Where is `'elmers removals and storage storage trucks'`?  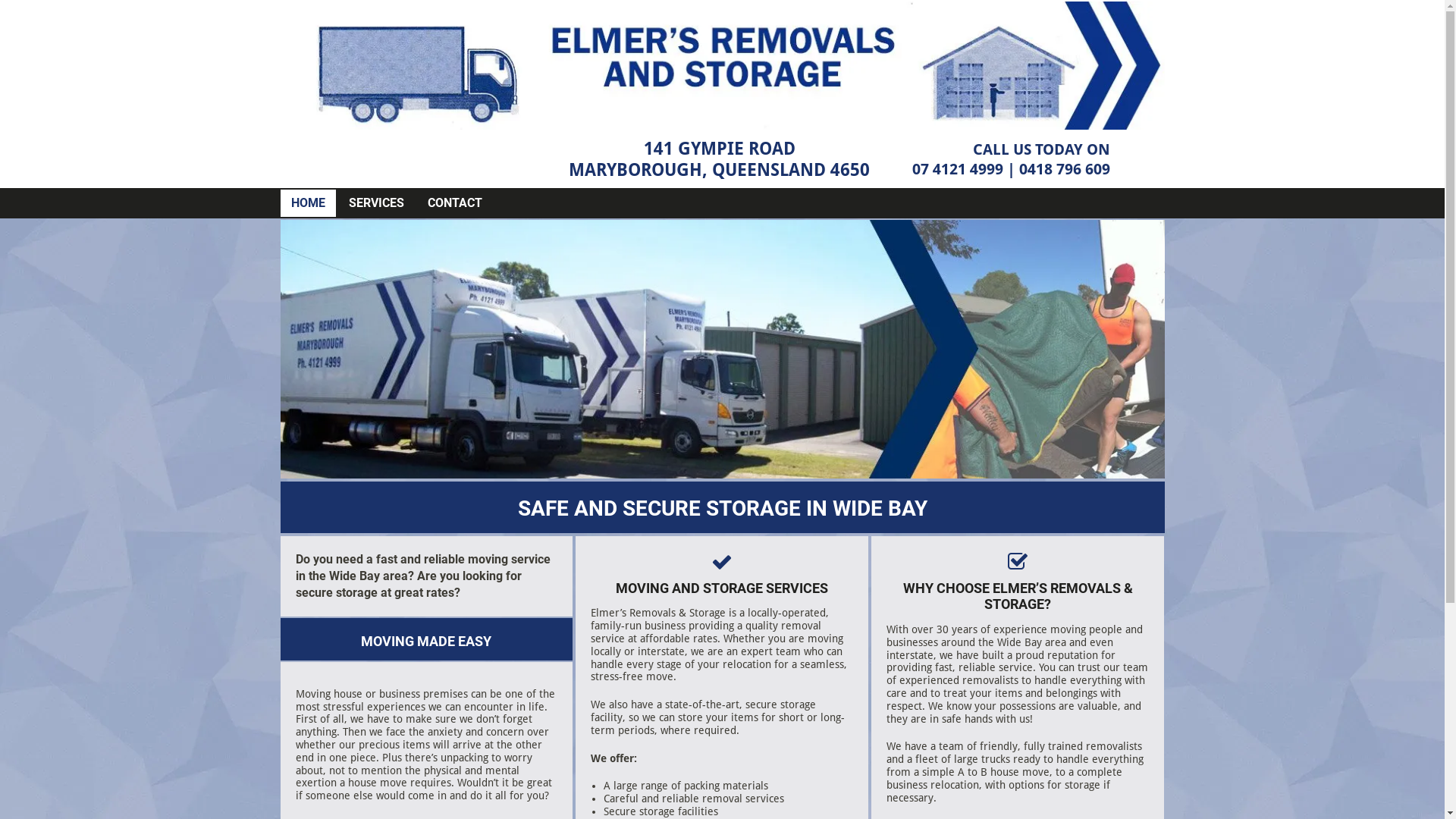 'elmers removals and storage storage trucks' is located at coordinates (722, 348).